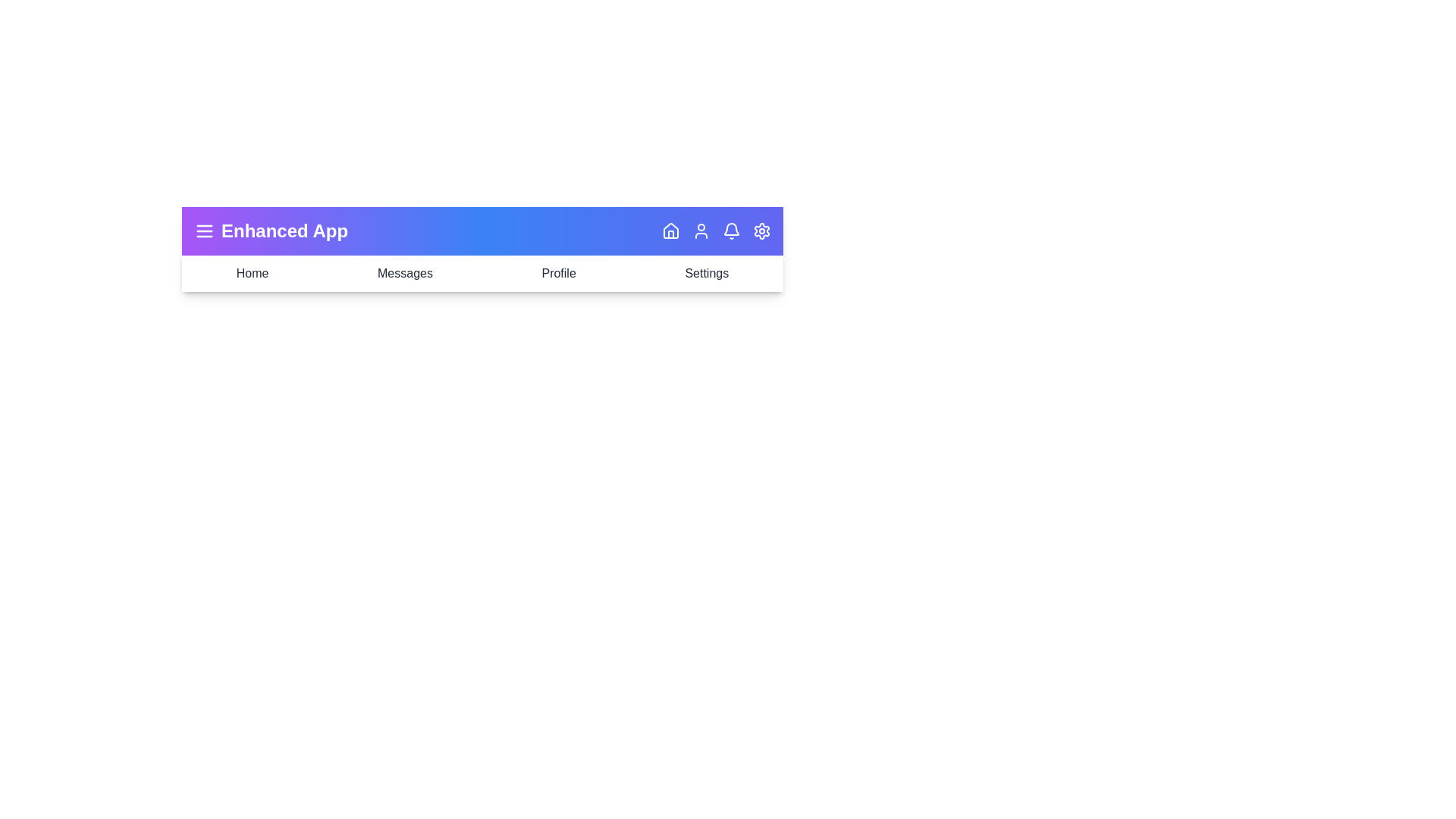 This screenshot has height=819, width=1456. Describe the element at coordinates (670, 231) in the screenshot. I see `the Home icon in the navigation bar` at that location.